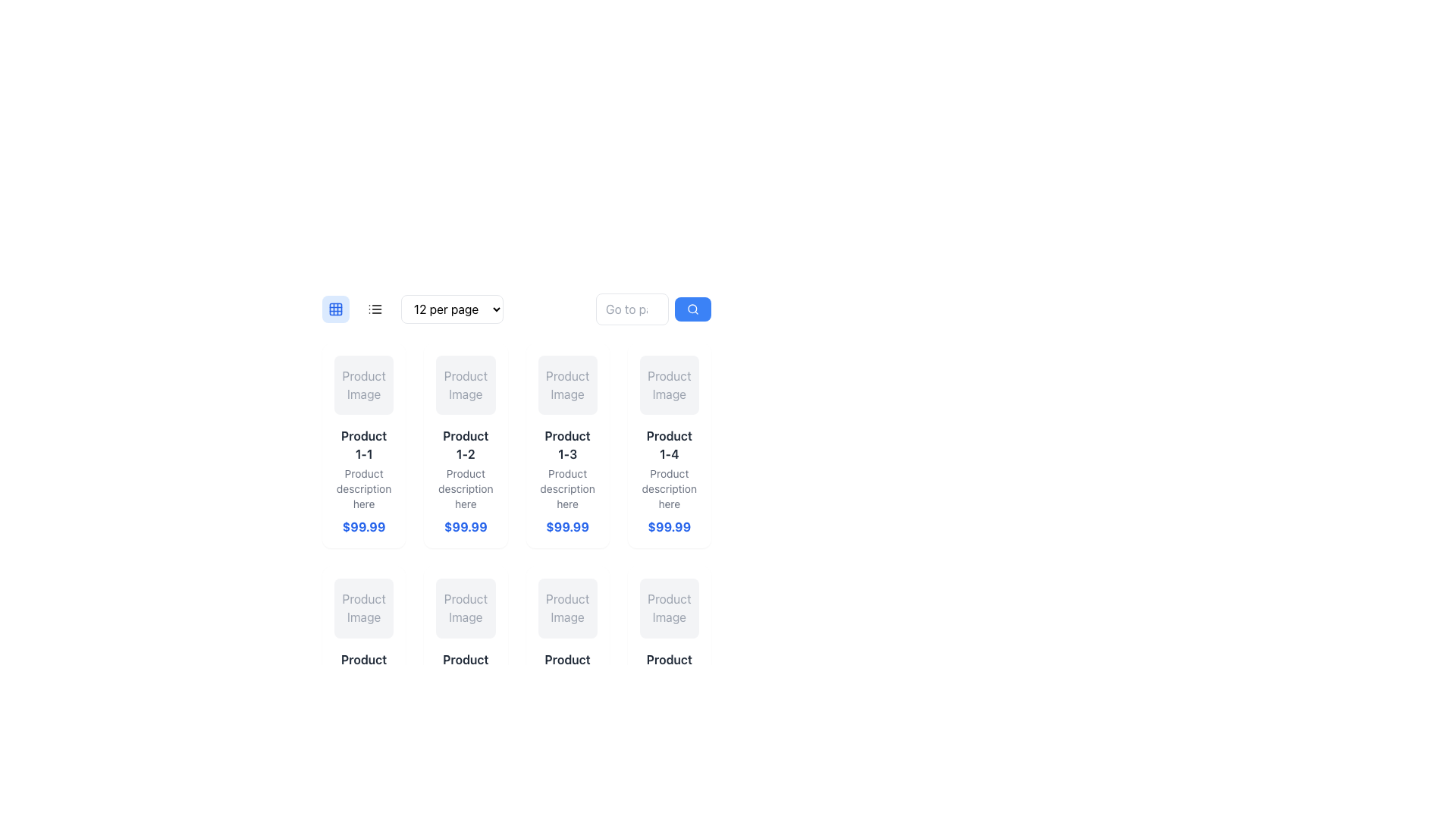 This screenshot has height=819, width=1456. Describe the element at coordinates (364, 668) in the screenshot. I see `the Card component located in the second row, first column of the product grid` at that location.